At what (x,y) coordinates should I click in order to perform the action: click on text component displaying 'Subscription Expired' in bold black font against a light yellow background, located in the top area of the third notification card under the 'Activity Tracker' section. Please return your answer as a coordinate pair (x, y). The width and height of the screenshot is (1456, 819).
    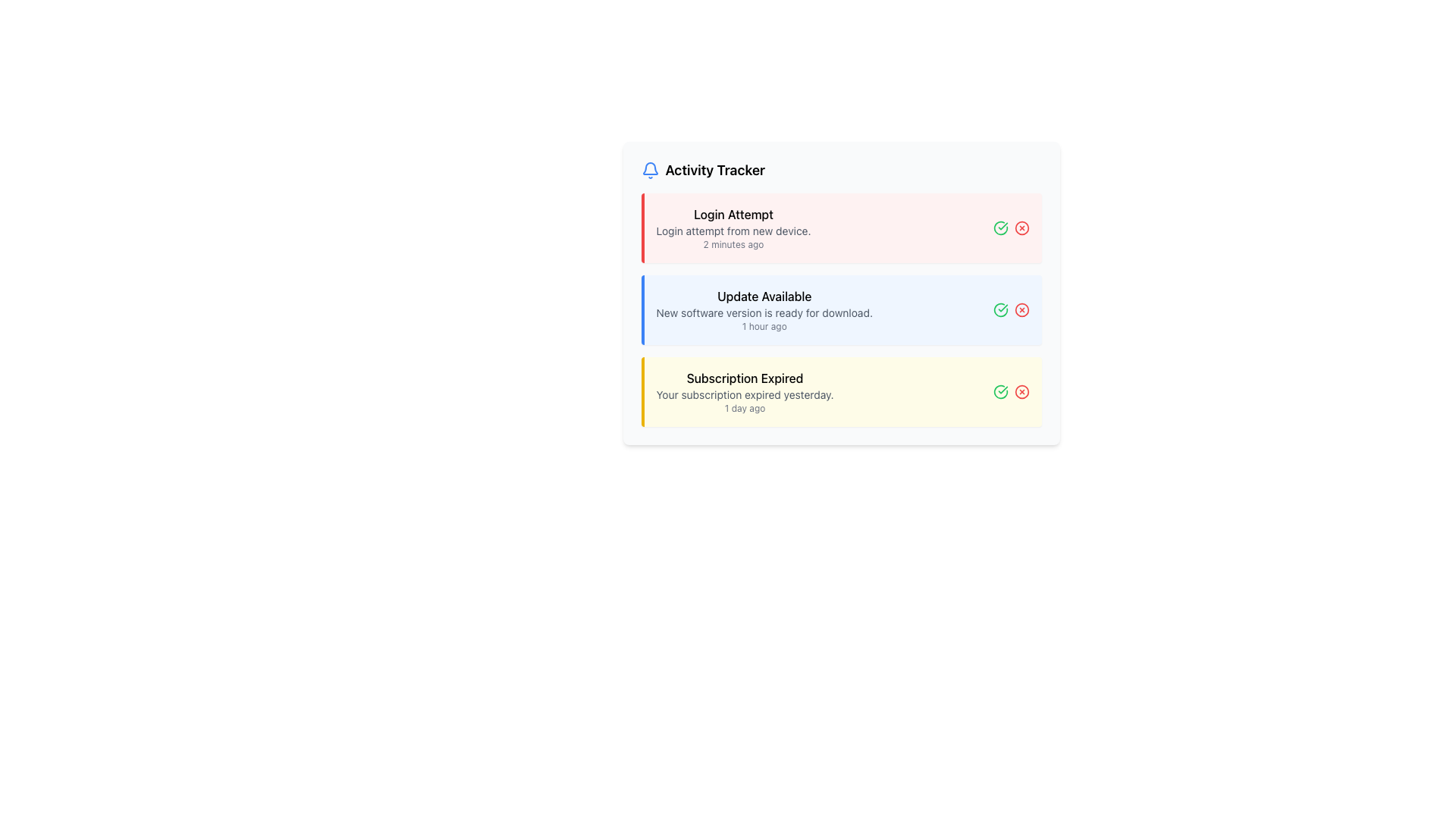
    Looking at the image, I should click on (745, 377).